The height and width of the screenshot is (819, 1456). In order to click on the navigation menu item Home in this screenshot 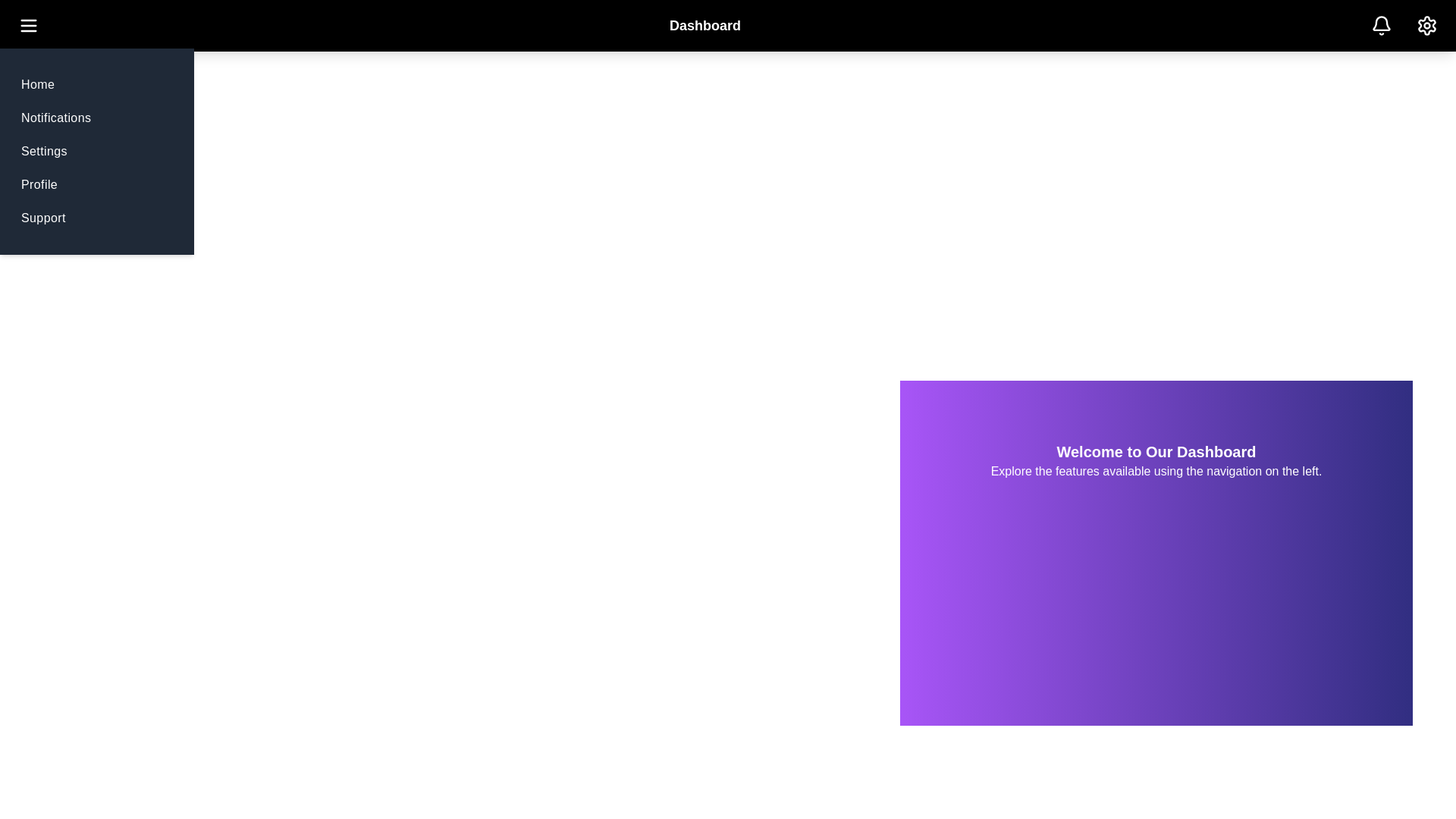, I will do `click(37, 84)`.